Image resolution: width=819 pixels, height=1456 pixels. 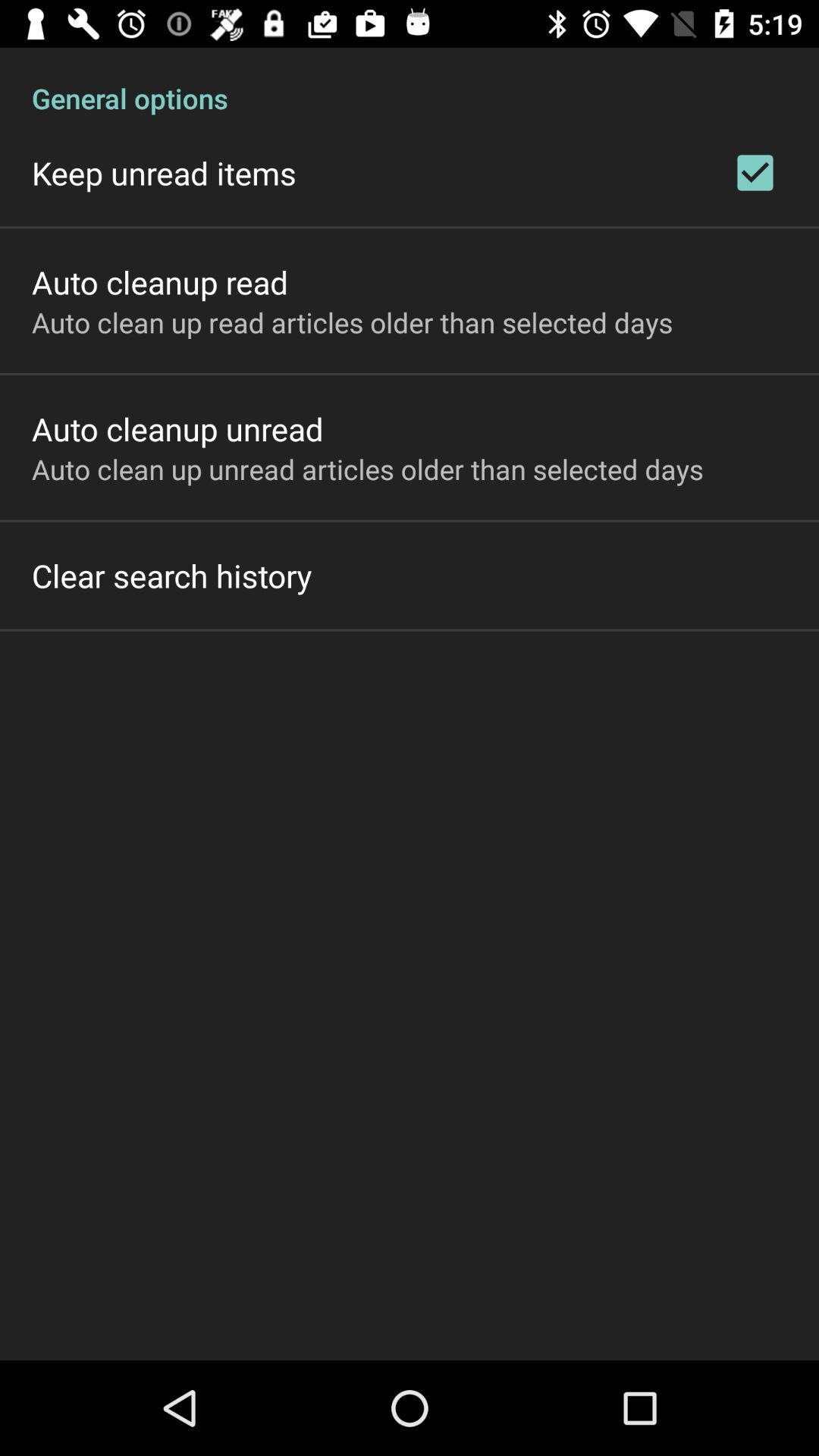 I want to click on the clear search history item, so click(x=171, y=574).